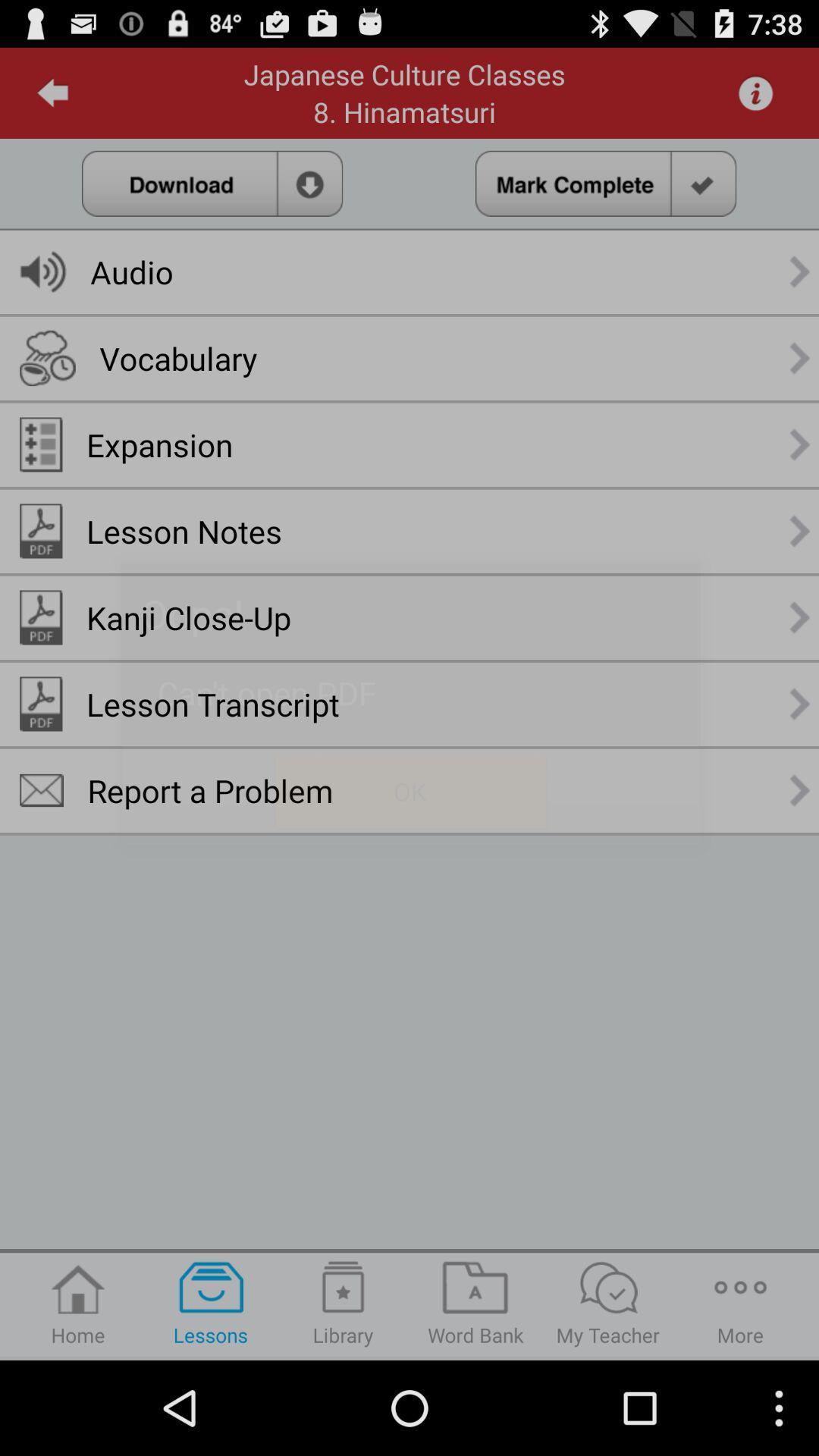  What do you see at coordinates (52, 93) in the screenshot?
I see `the icon to the left of the japanese culture classes` at bounding box center [52, 93].